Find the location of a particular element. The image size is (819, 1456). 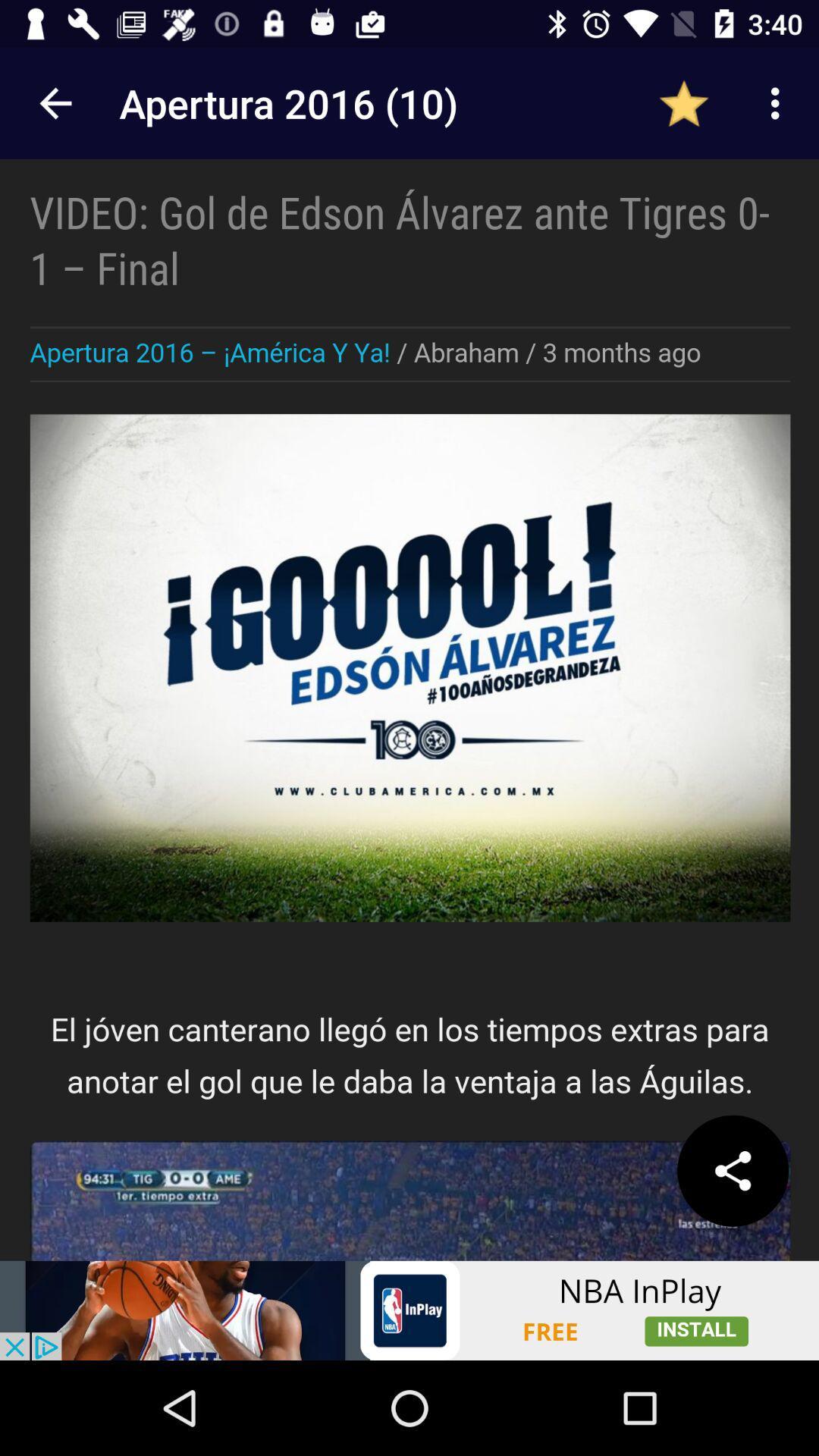

share is located at coordinates (732, 1170).